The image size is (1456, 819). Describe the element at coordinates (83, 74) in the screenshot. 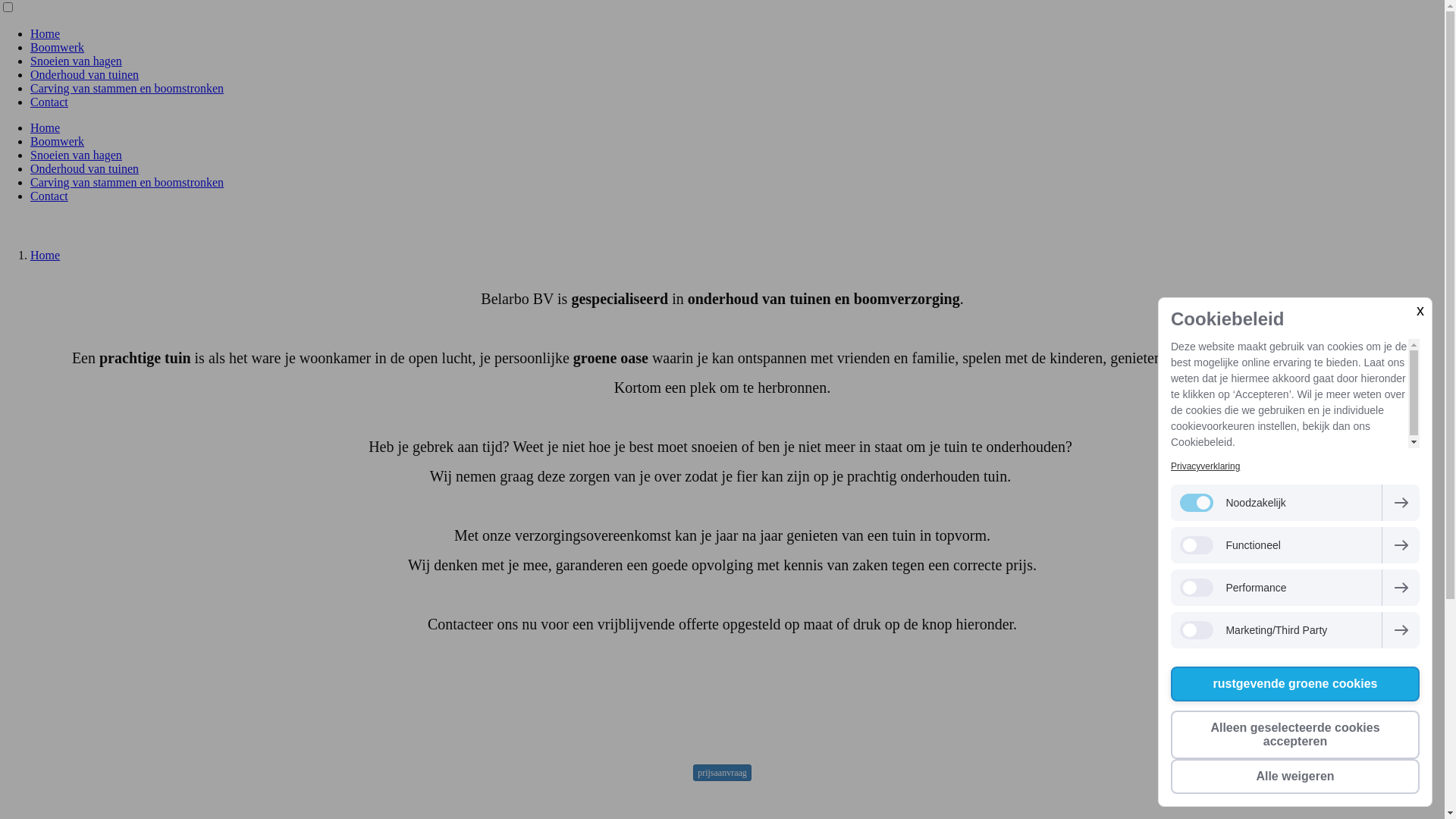

I see `'Onderhoud van tuinen'` at that location.